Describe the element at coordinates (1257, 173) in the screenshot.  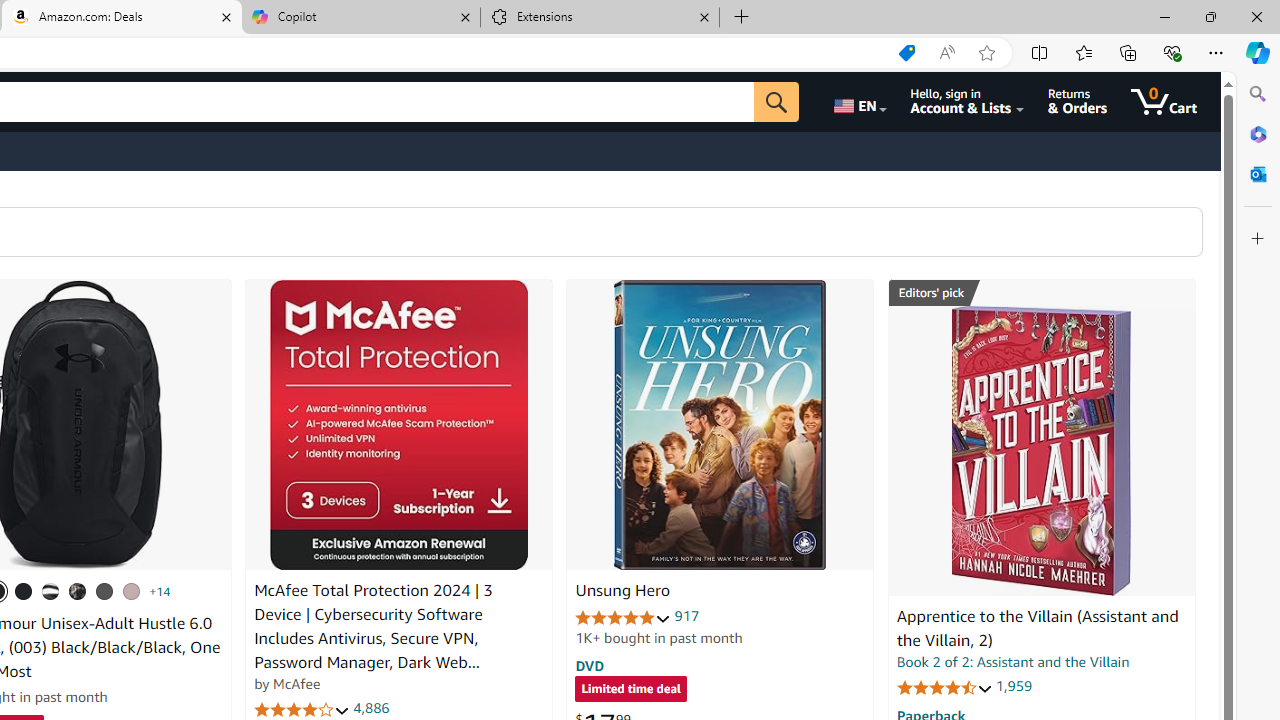
I see `'Close Outlook pane'` at that location.